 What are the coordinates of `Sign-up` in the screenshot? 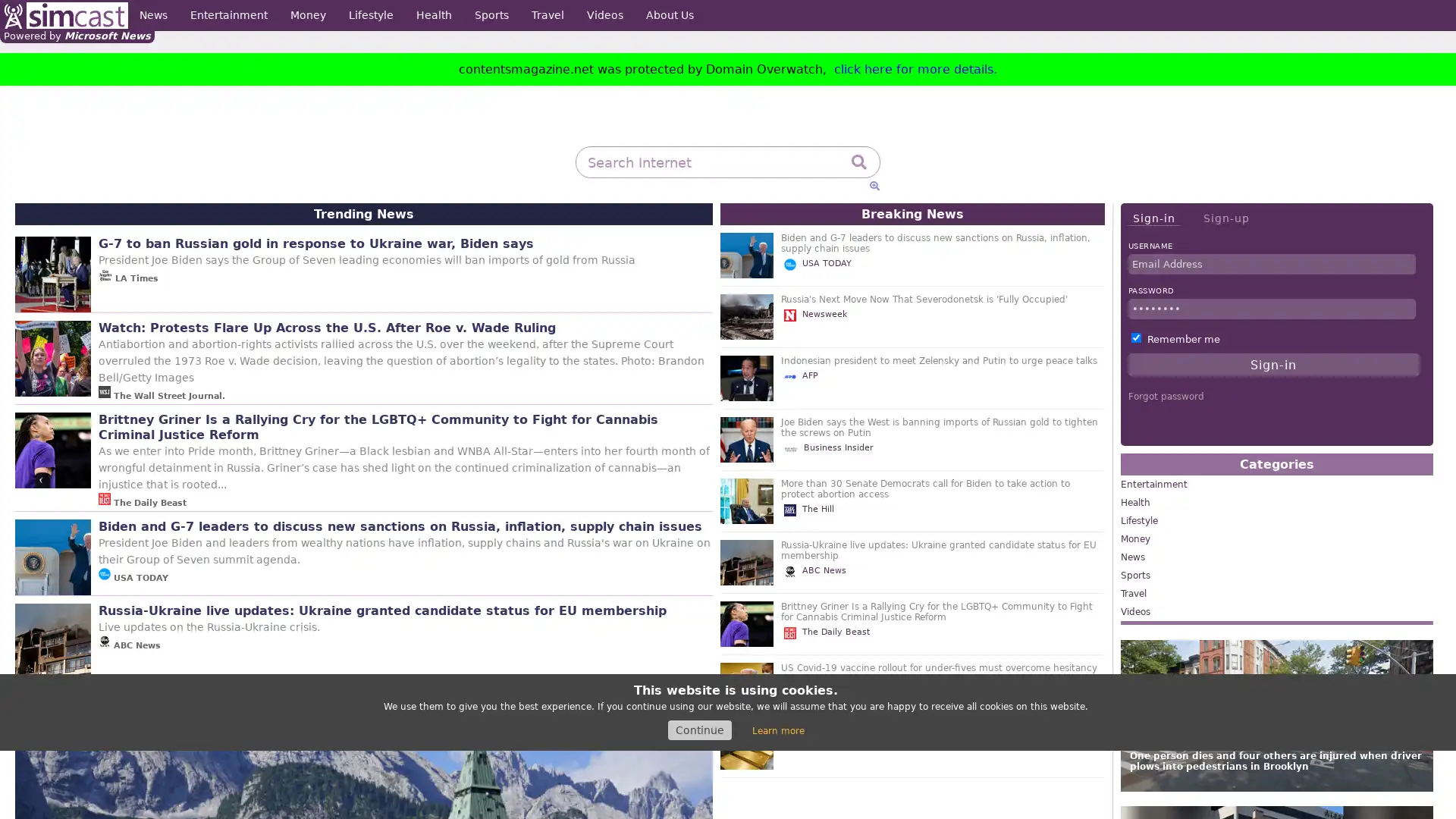 It's located at (1225, 218).